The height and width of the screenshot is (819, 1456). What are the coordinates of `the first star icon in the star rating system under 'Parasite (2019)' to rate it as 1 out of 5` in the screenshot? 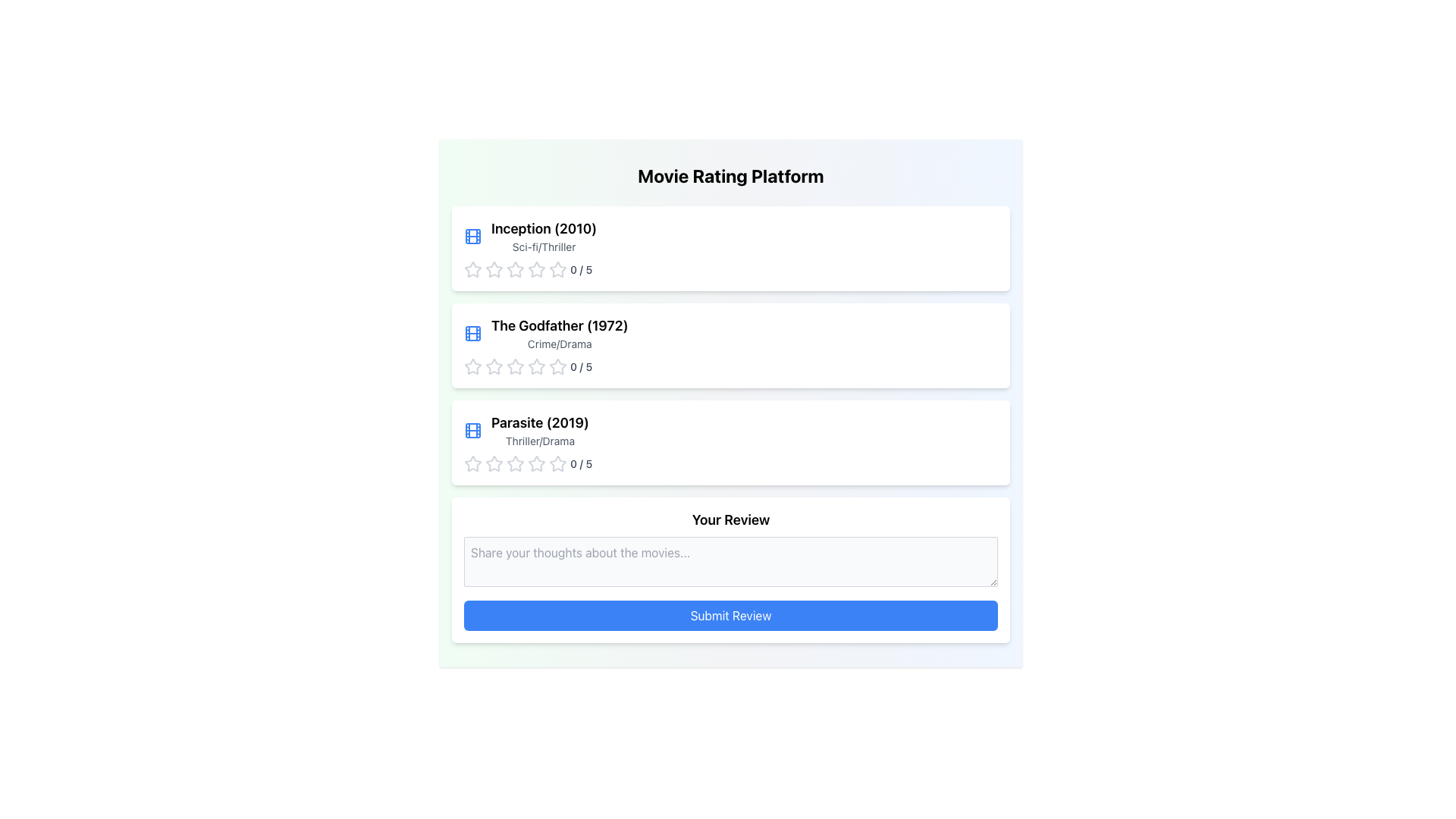 It's located at (516, 463).